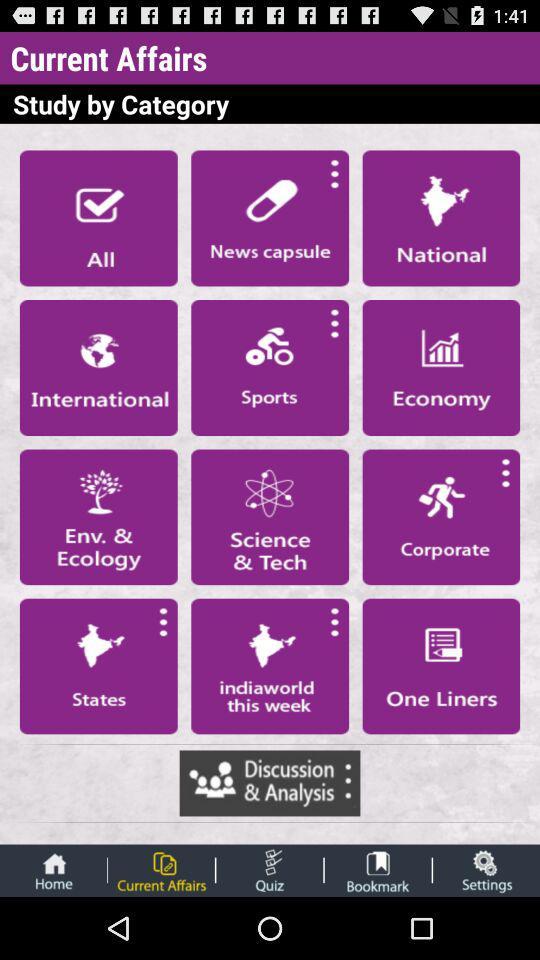  What do you see at coordinates (270, 516) in the screenshot?
I see `explore catagory` at bounding box center [270, 516].